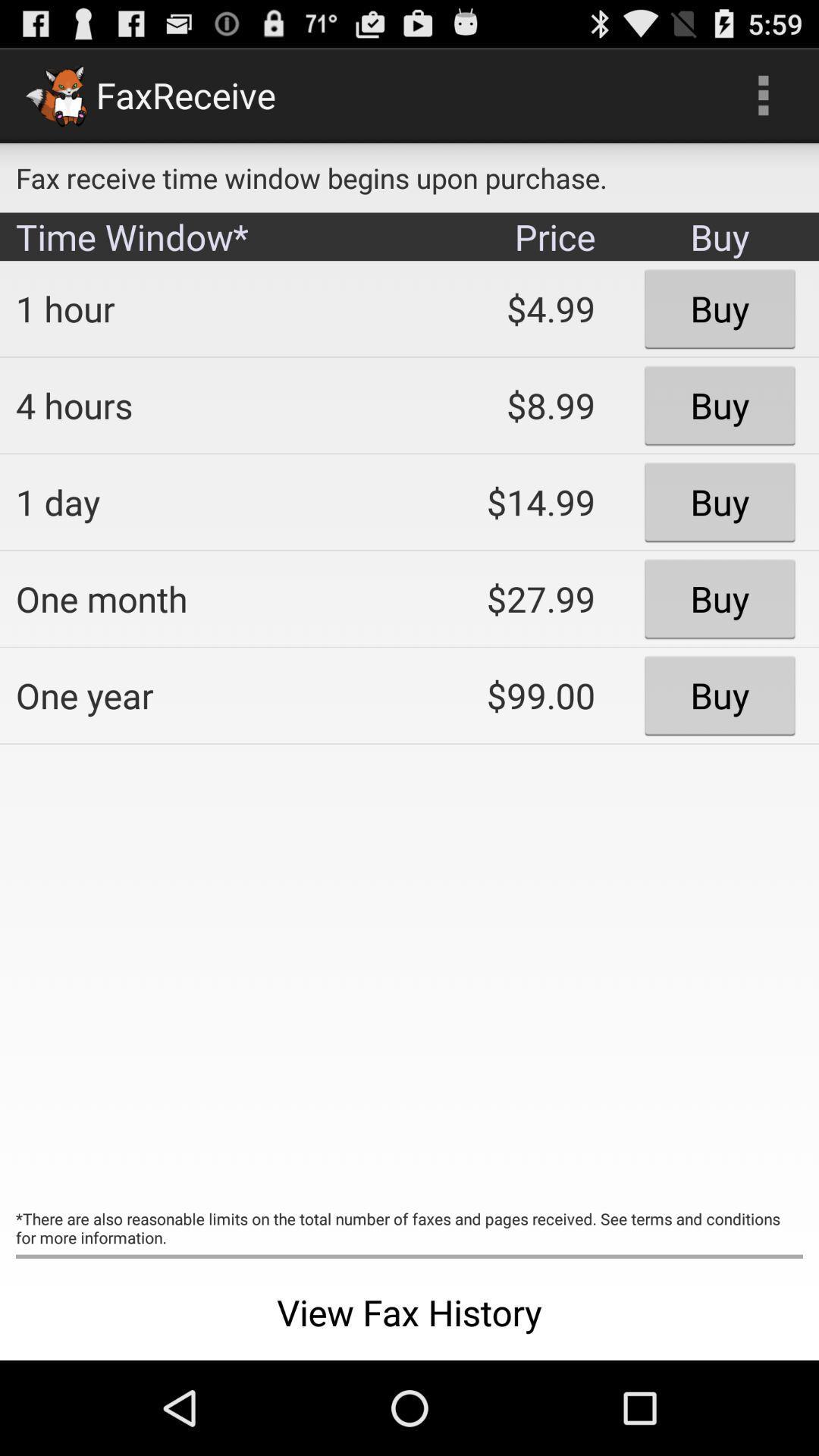 Image resolution: width=819 pixels, height=1456 pixels. Describe the element at coordinates (201, 598) in the screenshot. I see `one month` at that location.